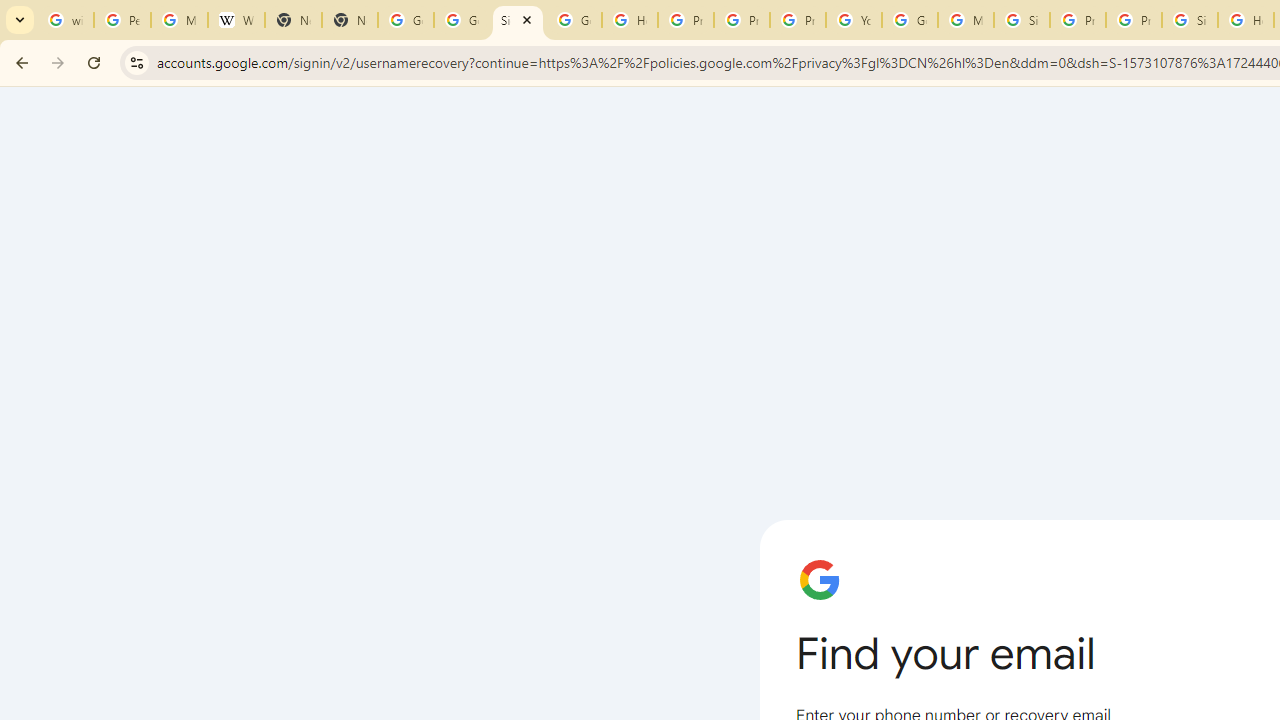  I want to click on 'Manage your Location History - Google Search Help', so click(179, 20).